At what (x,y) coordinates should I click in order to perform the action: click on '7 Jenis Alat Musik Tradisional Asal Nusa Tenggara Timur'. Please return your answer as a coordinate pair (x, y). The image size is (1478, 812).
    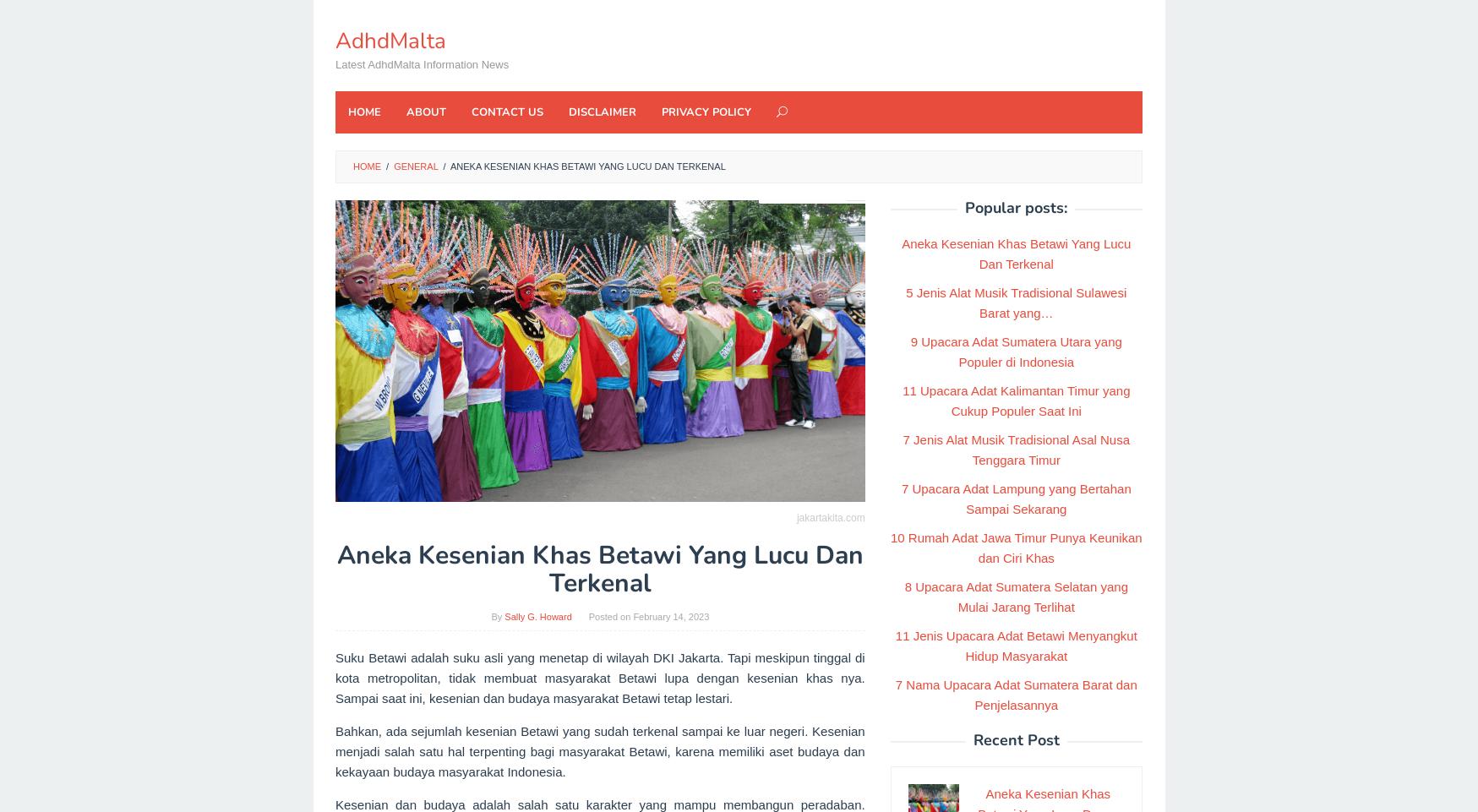
    Looking at the image, I should click on (1016, 449).